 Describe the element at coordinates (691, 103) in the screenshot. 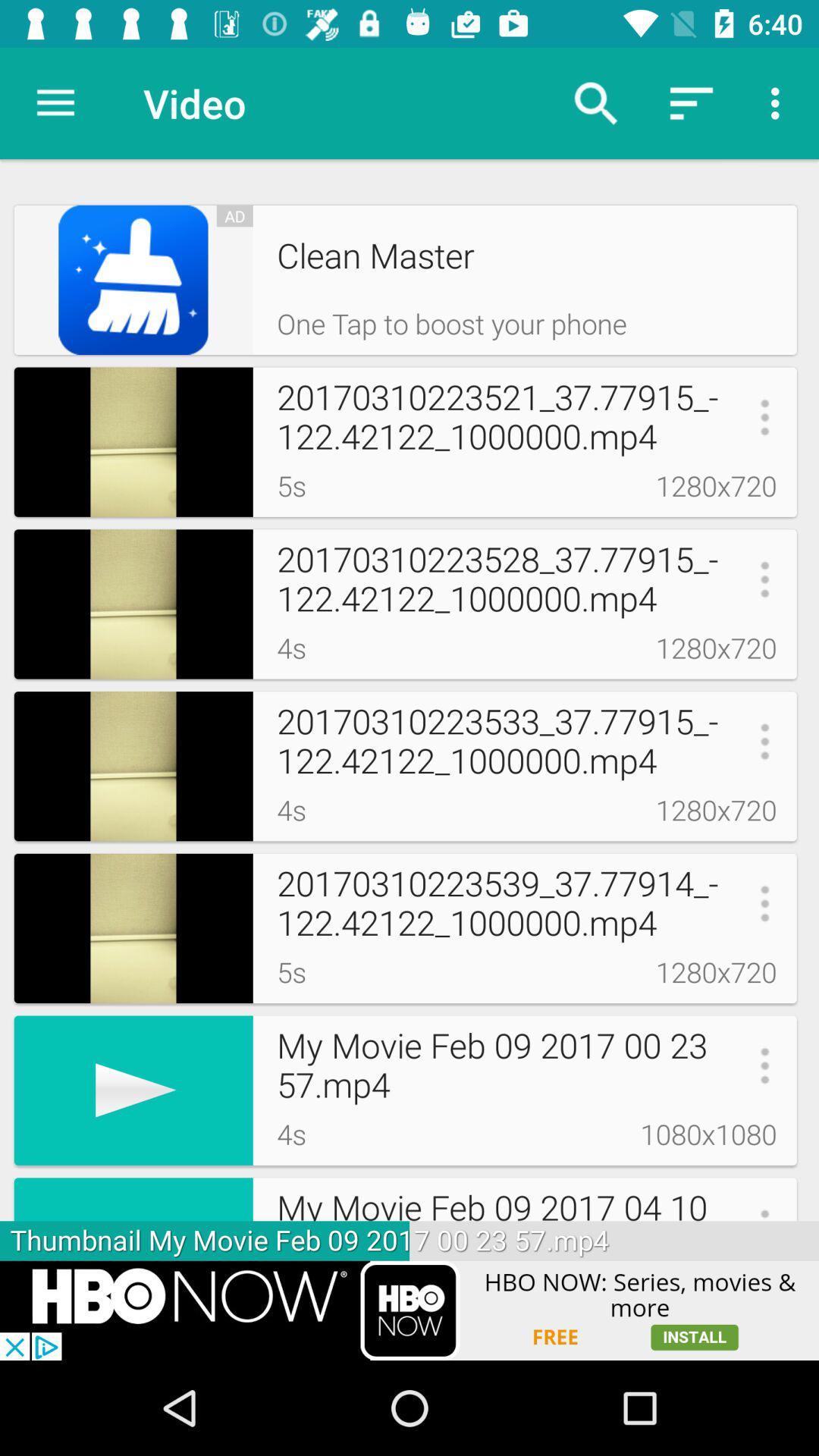

I see `top right side second botton` at that location.